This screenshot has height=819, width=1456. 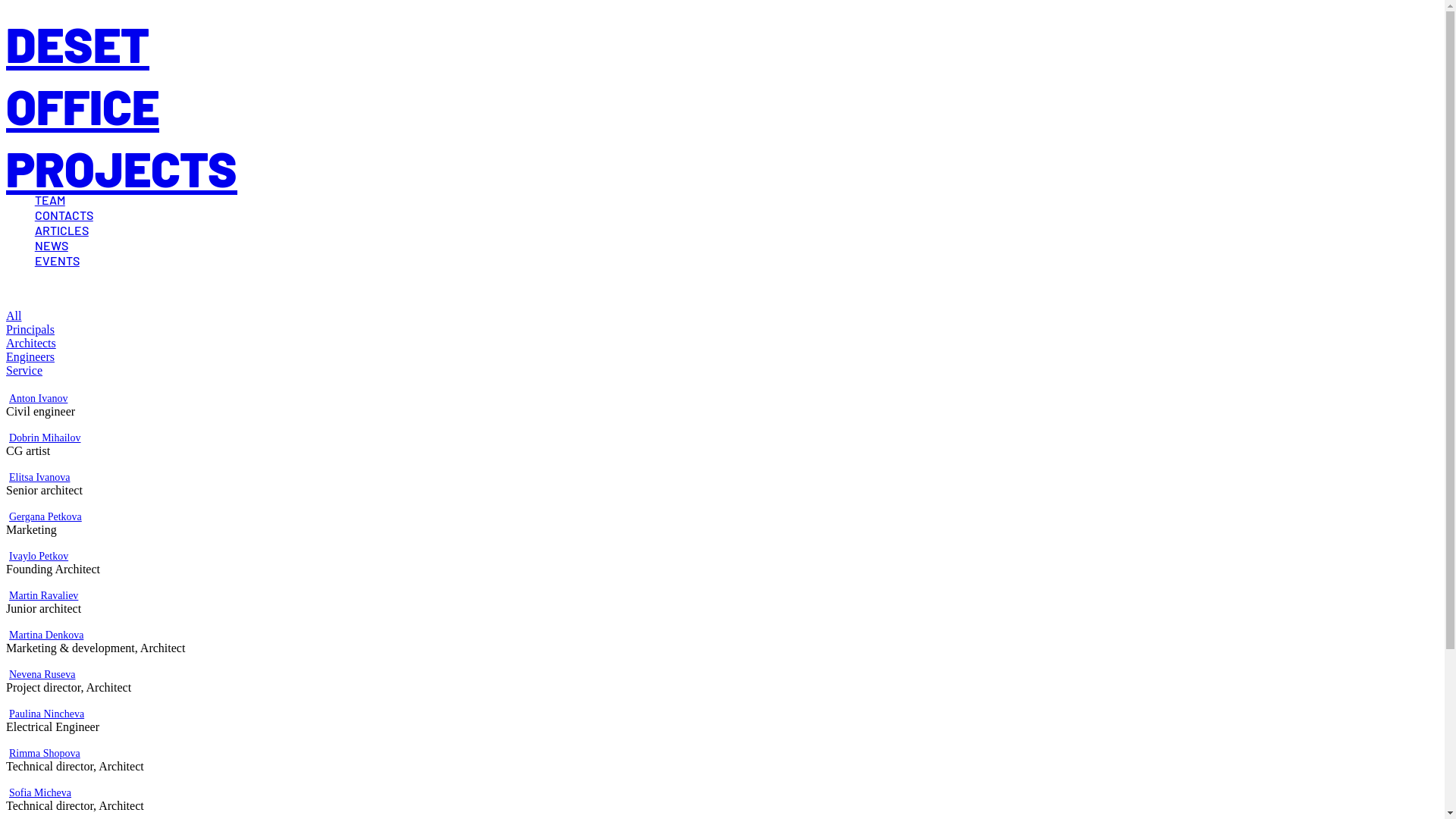 What do you see at coordinates (43, 595) in the screenshot?
I see `'Martin Ravaliev'` at bounding box center [43, 595].